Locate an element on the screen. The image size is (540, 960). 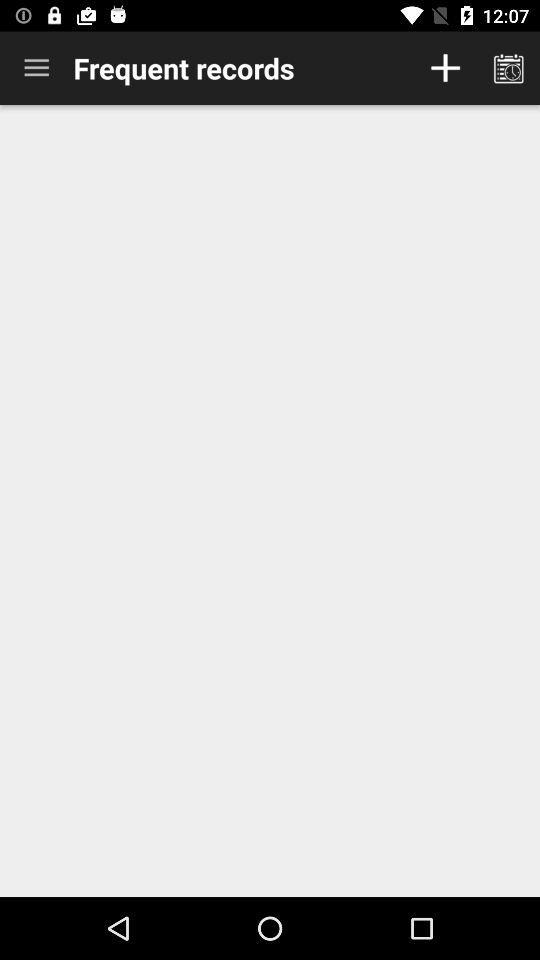
review the reports history is located at coordinates (508, 68).